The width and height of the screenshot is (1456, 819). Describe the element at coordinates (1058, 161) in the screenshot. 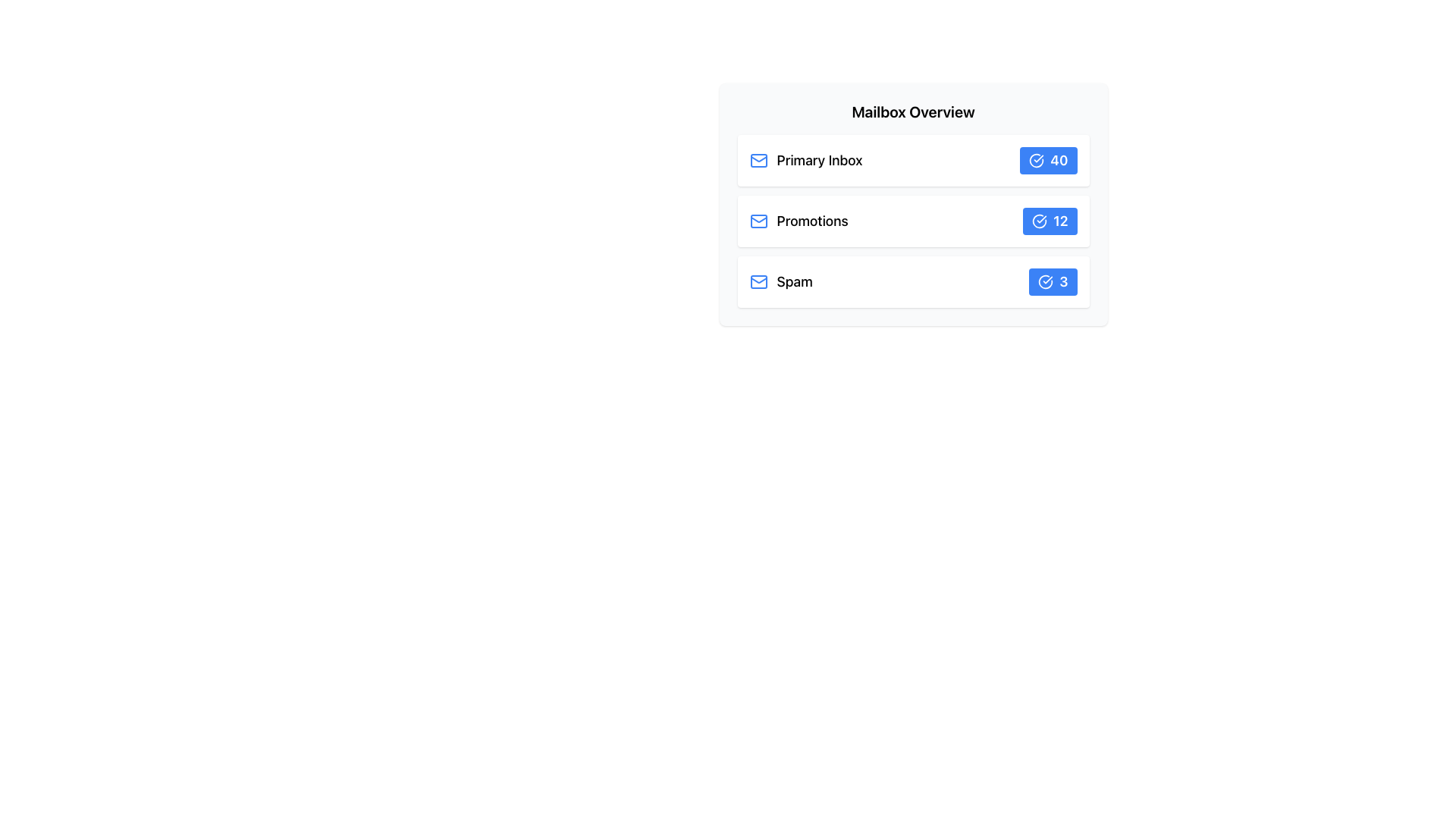

I see `the read-only numerical indicator for unread emails in the 'Primary Inbox' section, located in the top-right corner next to the circular checkmark icon` at that location.